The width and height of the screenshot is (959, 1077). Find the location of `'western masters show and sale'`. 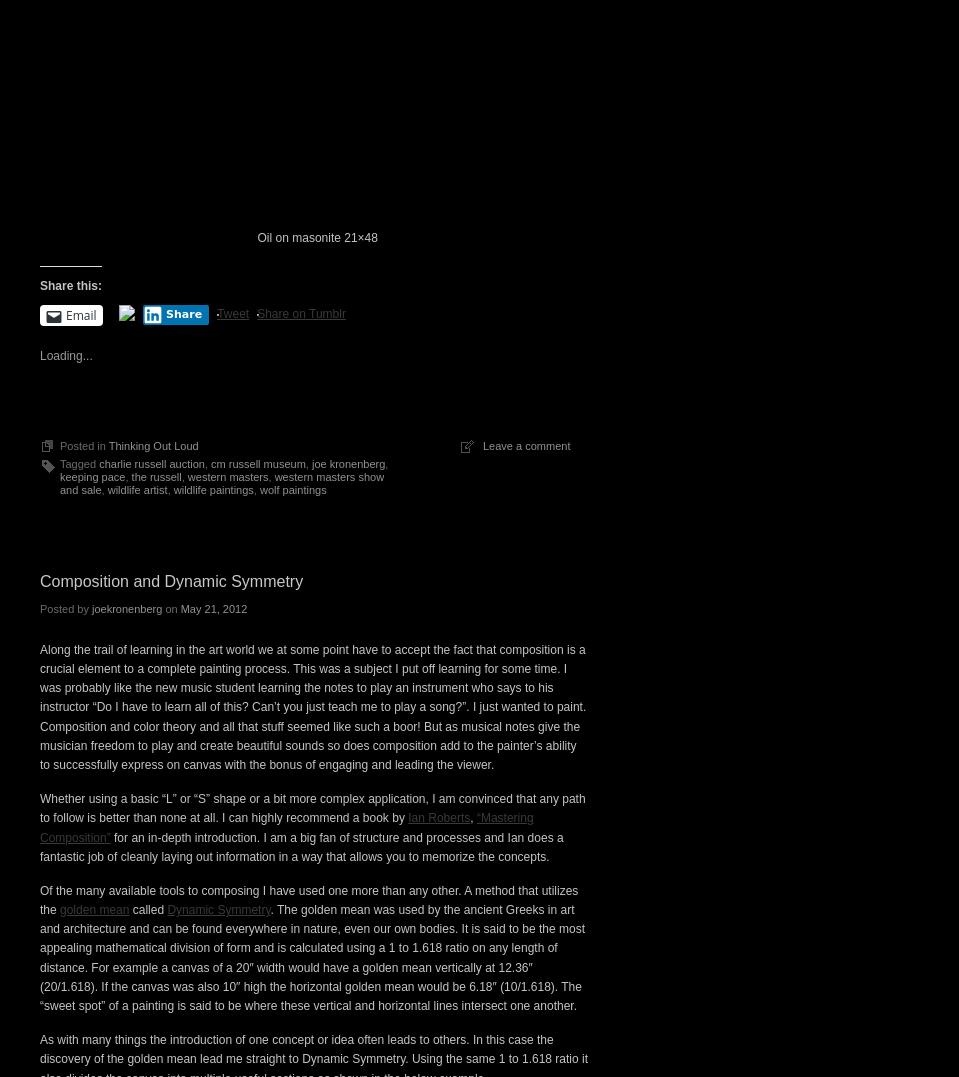

'western masters show and sale' is located at coordinates (222, 829).